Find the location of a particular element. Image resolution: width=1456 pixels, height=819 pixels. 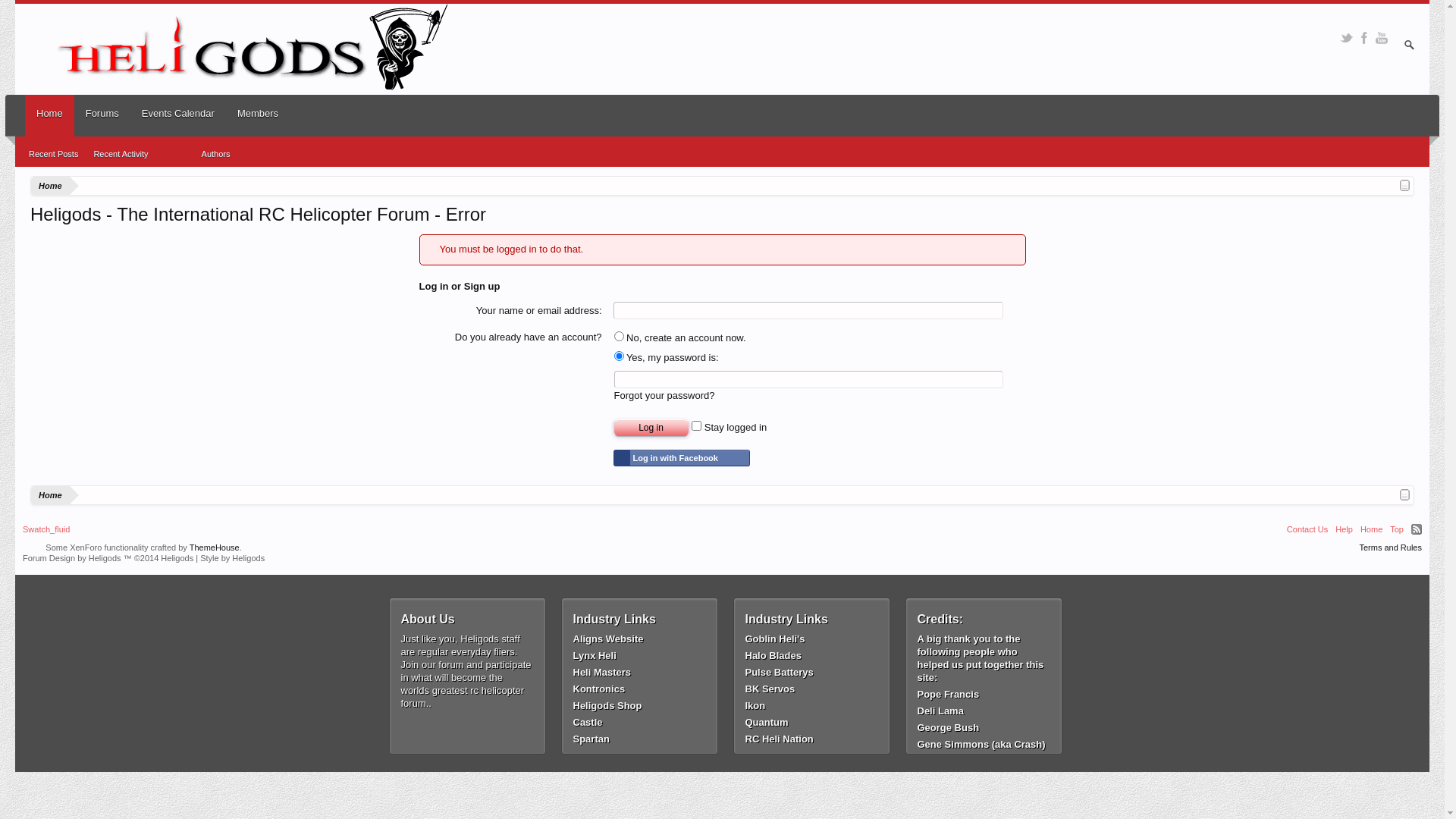

'Forums' is located at coordinates (101, 113).